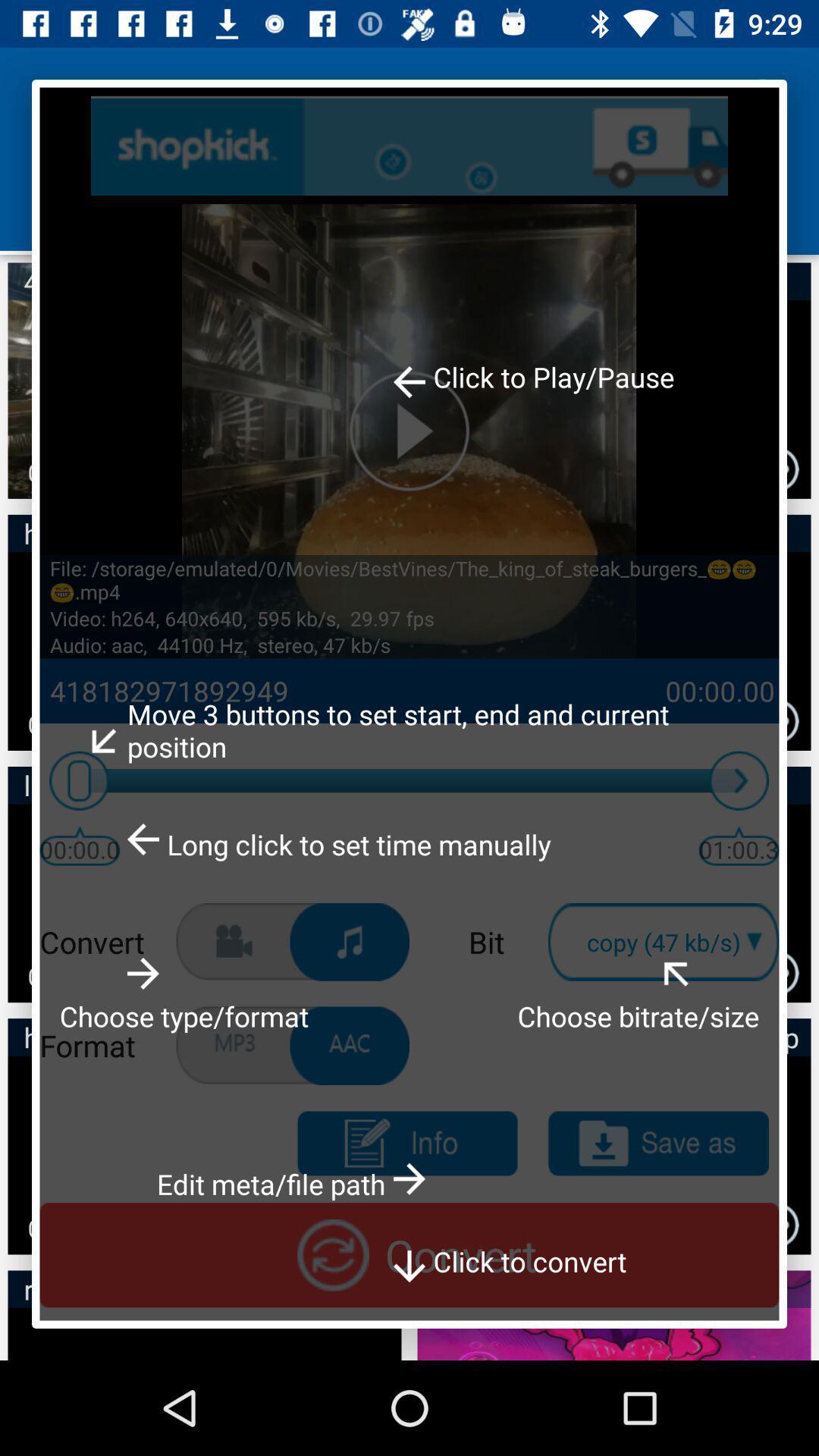 The width and height of the screenshot is (819, 1456). Describe the element at coordinates (657, 1144) in the screenshot. I see `as` at that location.